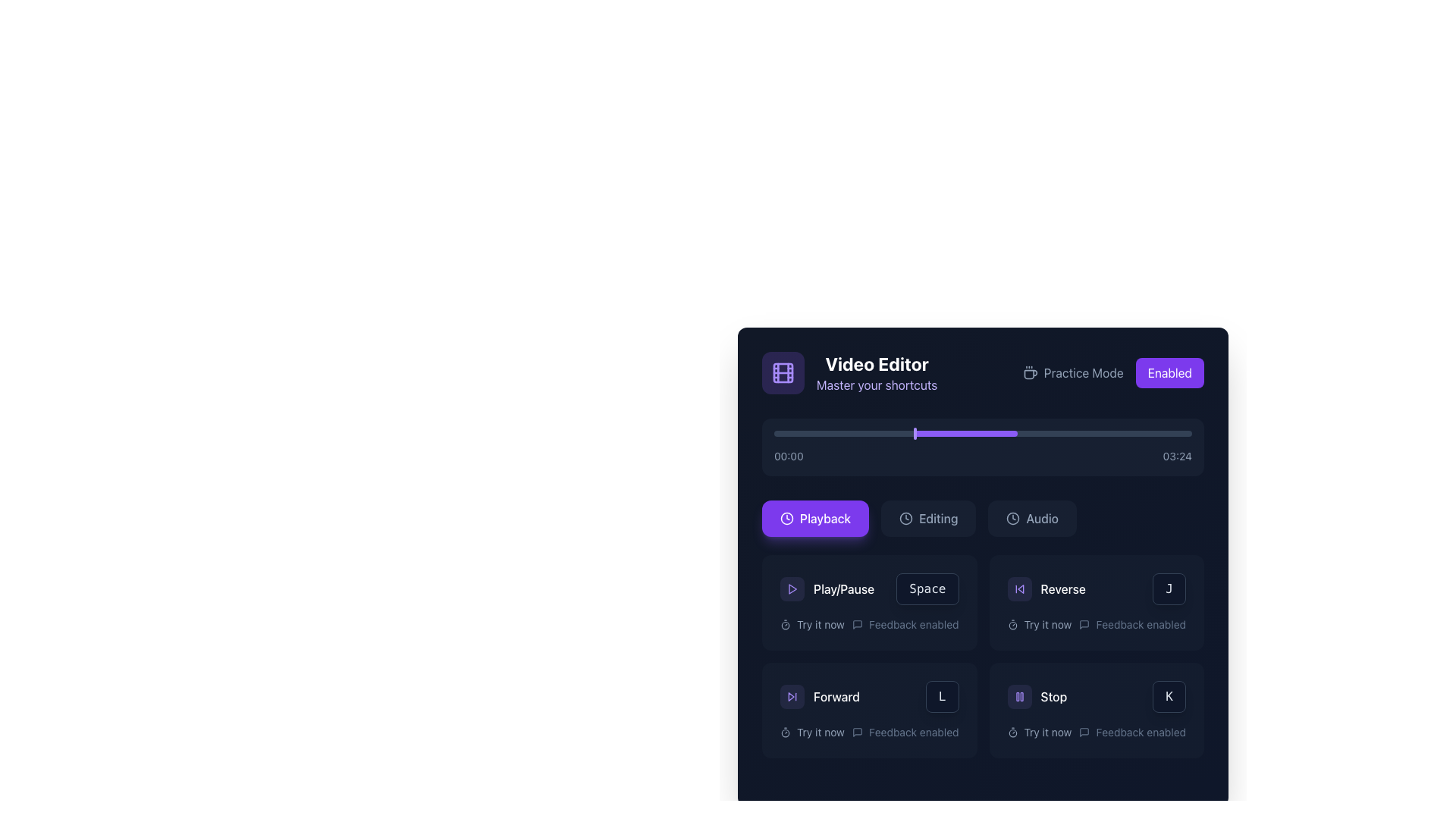  What do you see at coordinates (965, 433) in the screenshot?
I see `the vibrant violet progress bar` at bounding box center [965, 433].